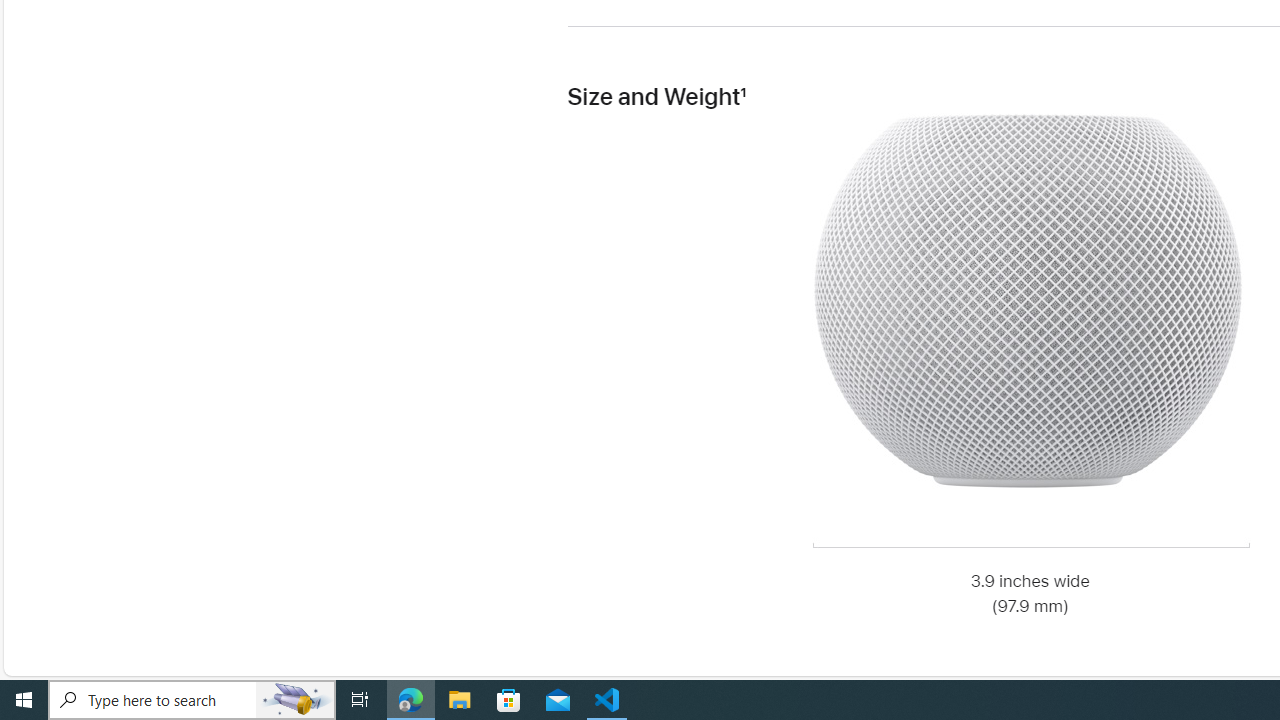  Describe the element at coordinates (742, 97) in the screenshot. I see `'Footnote 1'` at that location.